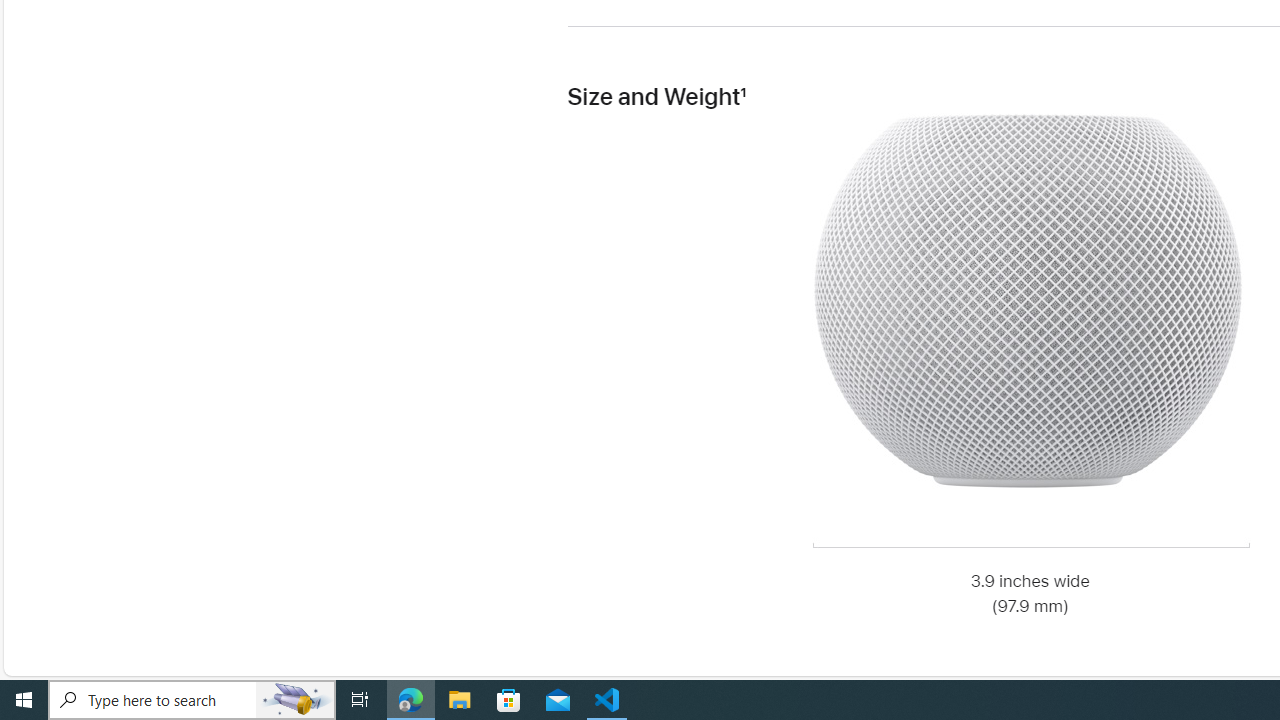  Describe the element at coordinates (742, 97) in the screenshot. I see `'Footnote 1'` at that location.